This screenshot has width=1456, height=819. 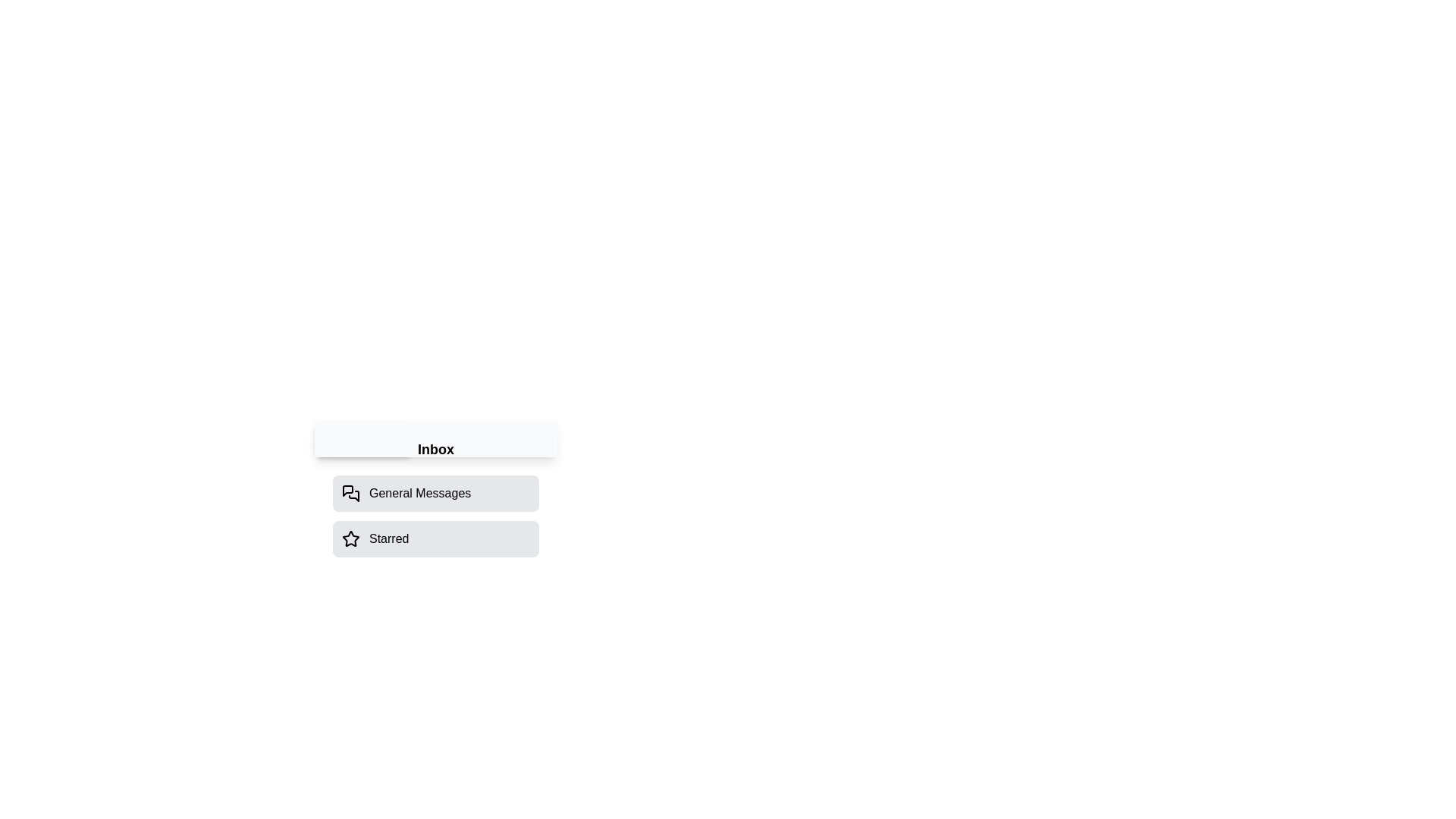 What do you see at coordinates (435, 538) in the screenshot?
I see `the 'Starred' option to select it` at bounding box center [435, 538].